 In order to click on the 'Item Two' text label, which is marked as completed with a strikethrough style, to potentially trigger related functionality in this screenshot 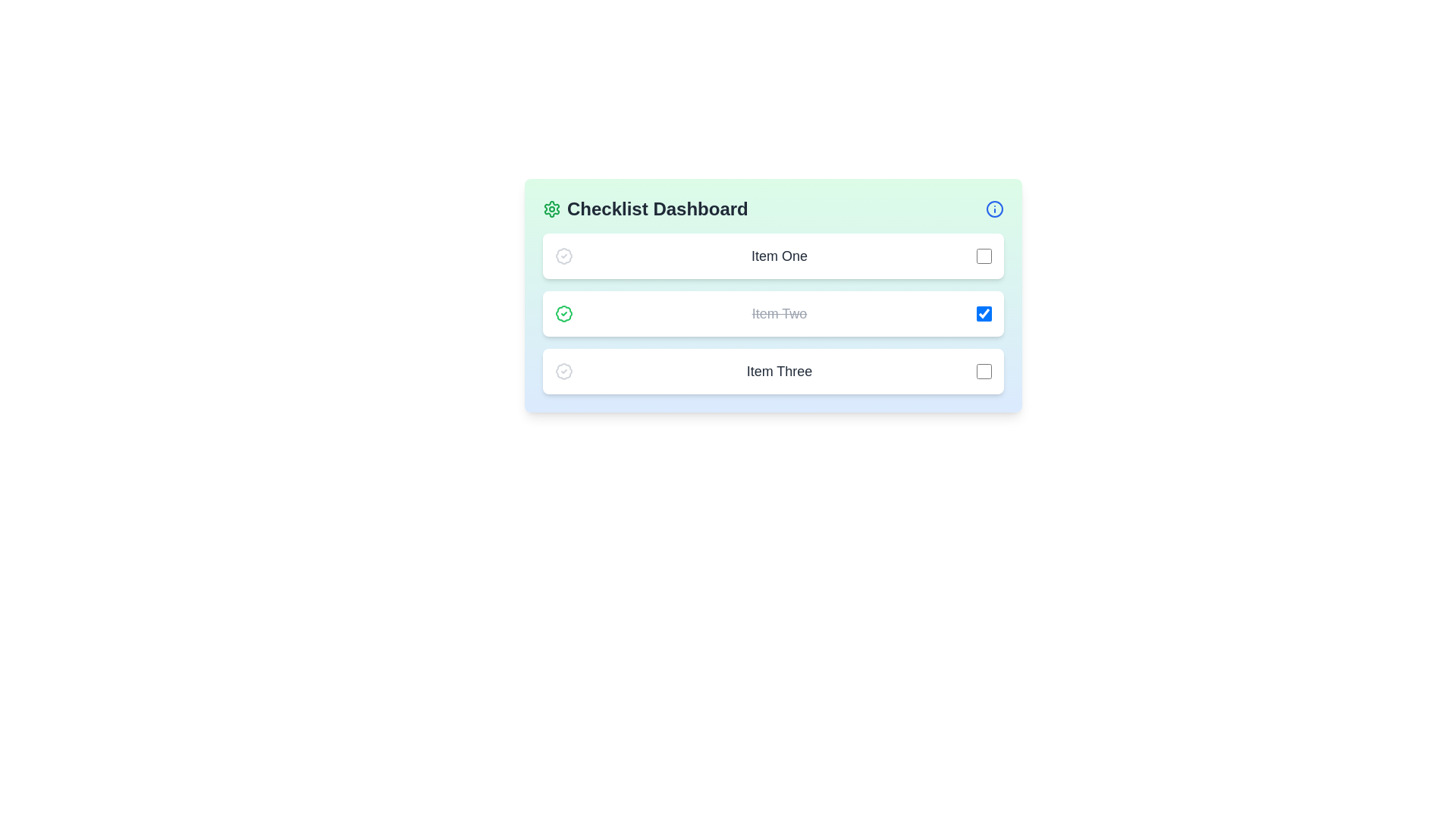, I will do `click(779, 312)`.